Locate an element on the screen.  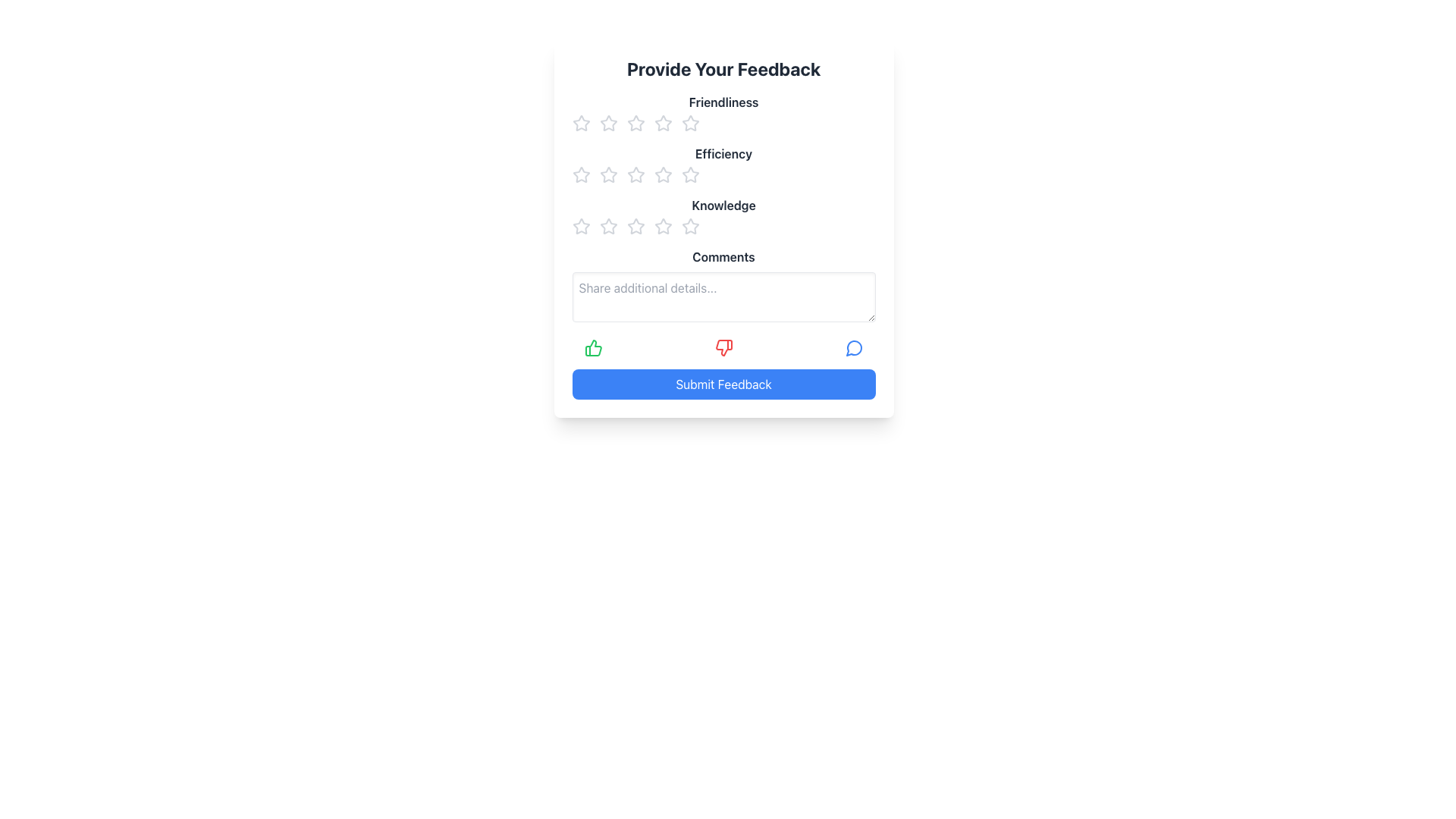
the blue speech bubble SVG icon button at the bottom right of the feedback form is located at coordinates (854, 348).